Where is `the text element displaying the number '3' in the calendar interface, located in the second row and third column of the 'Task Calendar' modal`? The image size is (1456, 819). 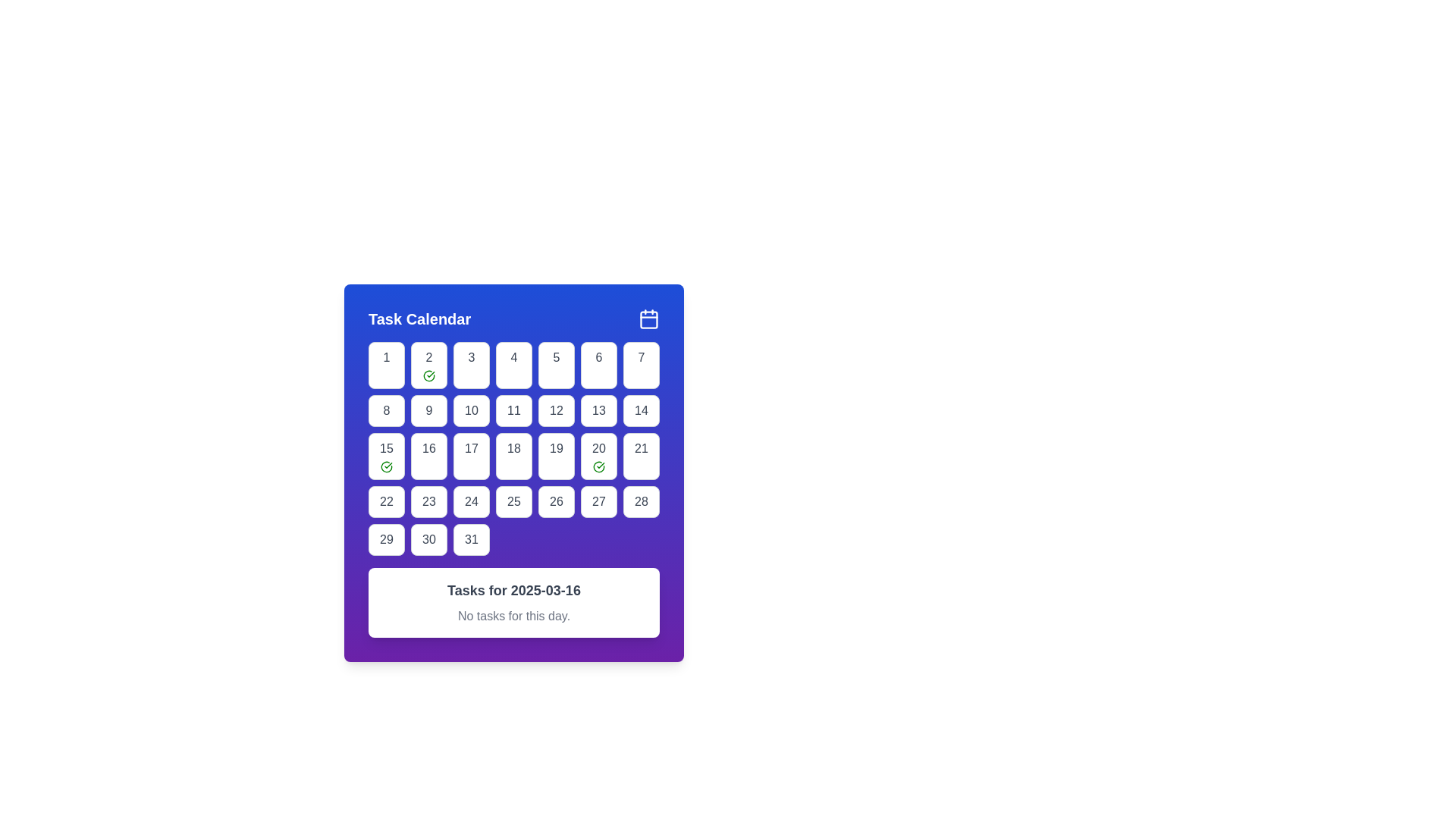 the text element displaying the number '3' in the calendar interface, located in the second row and third column of the 'Task Calendar' modal is located at coordinates (471, 357).